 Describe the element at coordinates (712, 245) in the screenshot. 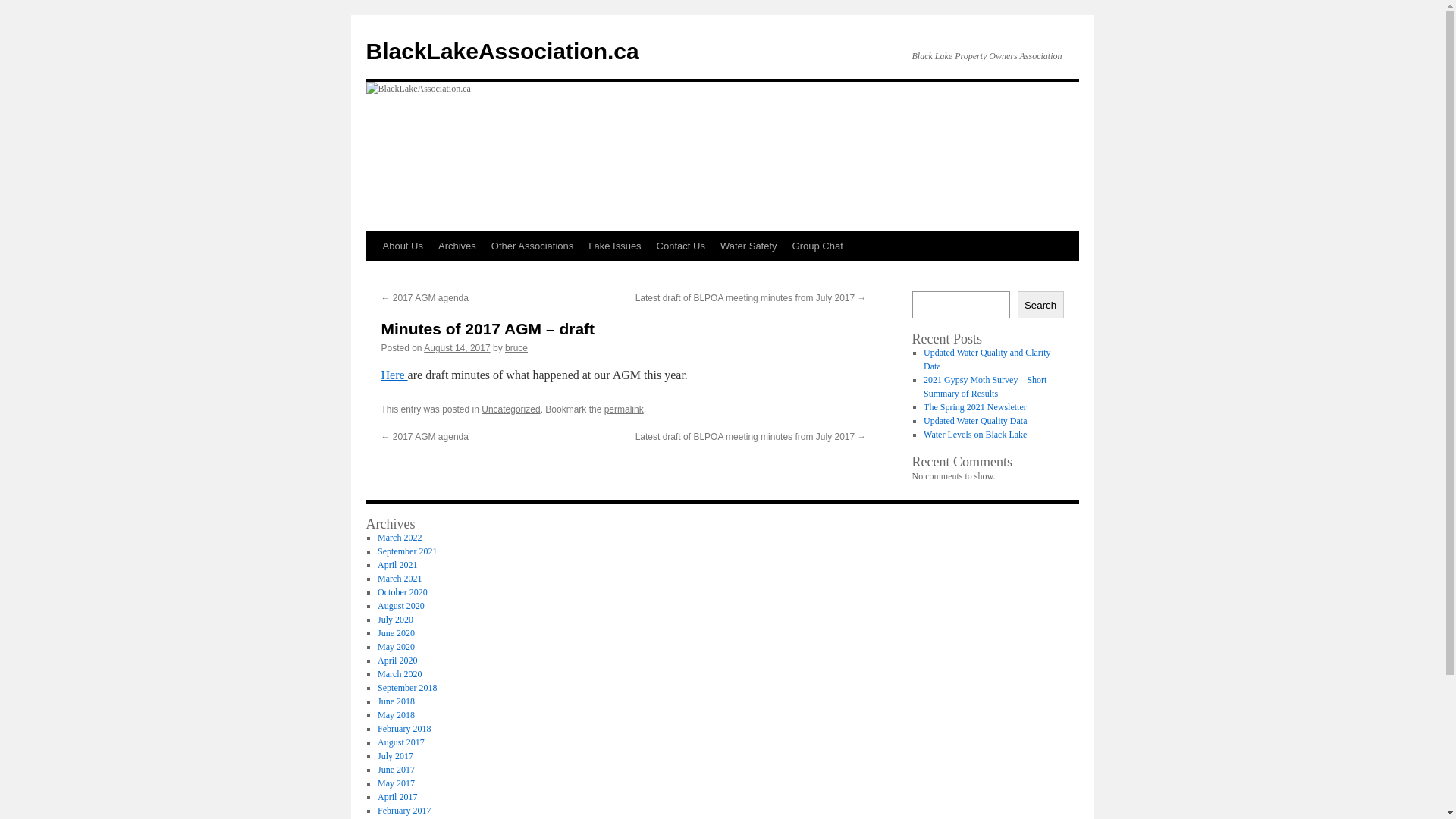

I see `'Water Safety'` at that location.